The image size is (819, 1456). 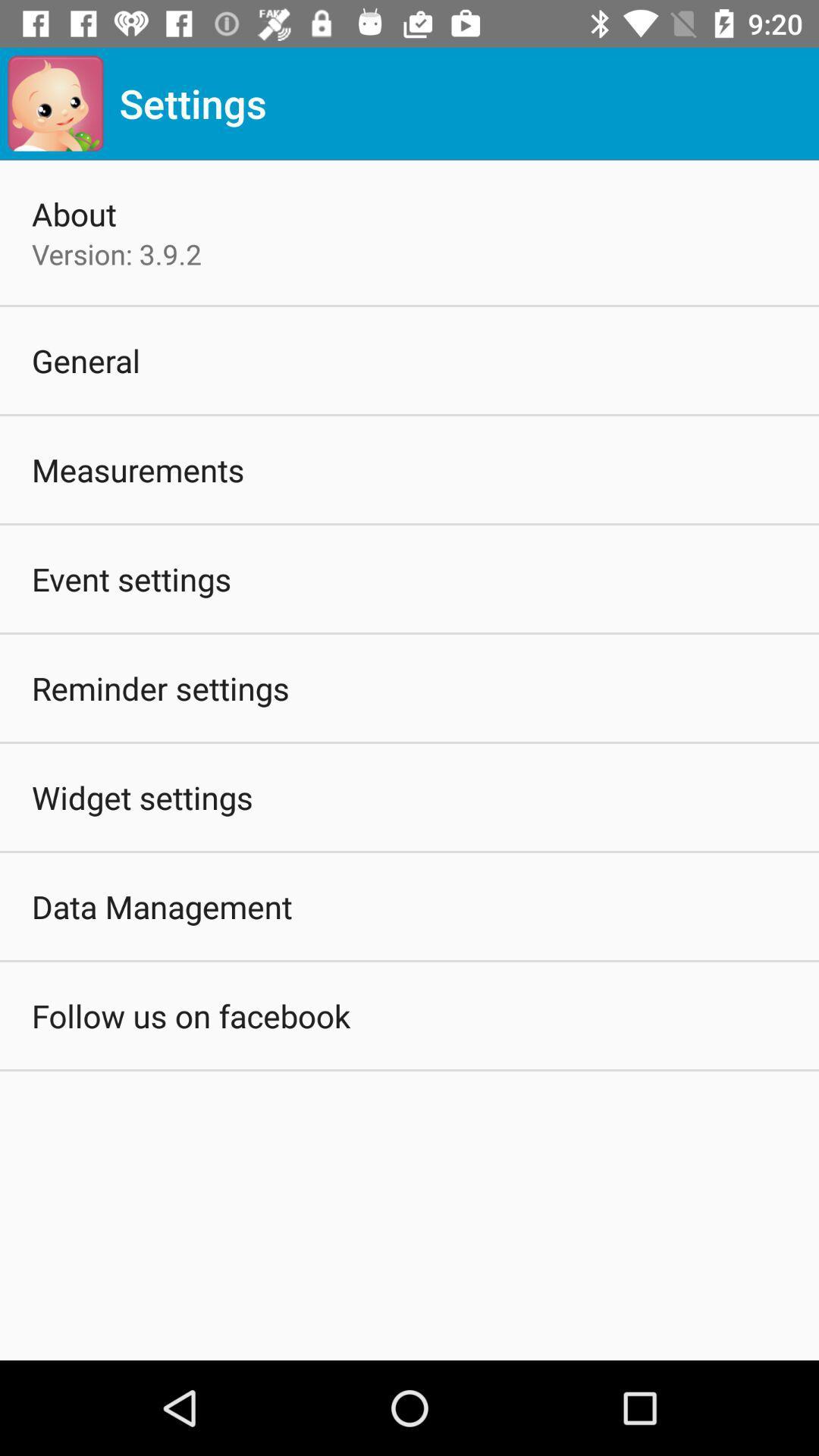 I want to click on follow us on icon, so click(x=190, y=1015).